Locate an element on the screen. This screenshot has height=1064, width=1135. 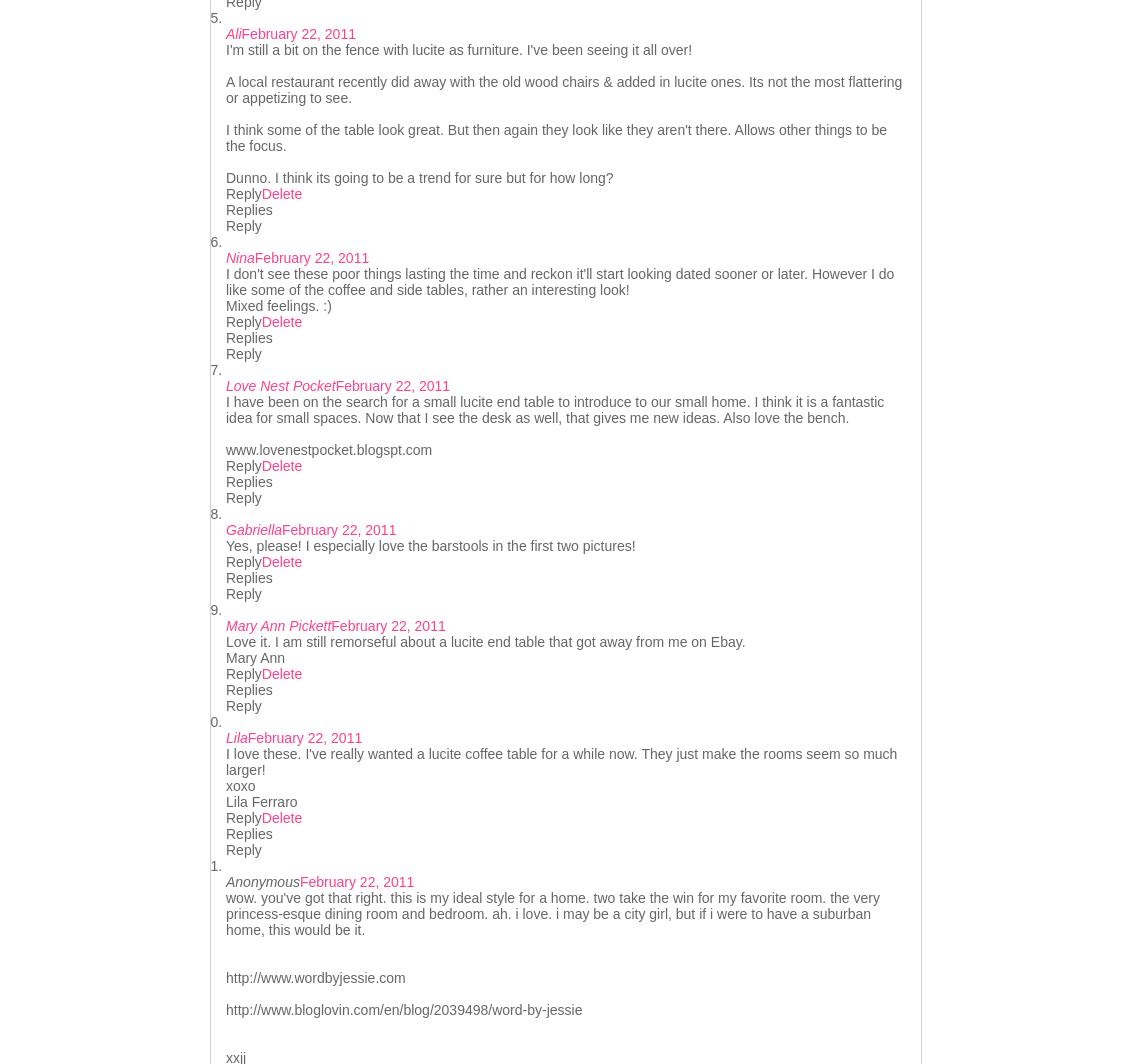
'xoxo' is located at coordinates (239, 785).